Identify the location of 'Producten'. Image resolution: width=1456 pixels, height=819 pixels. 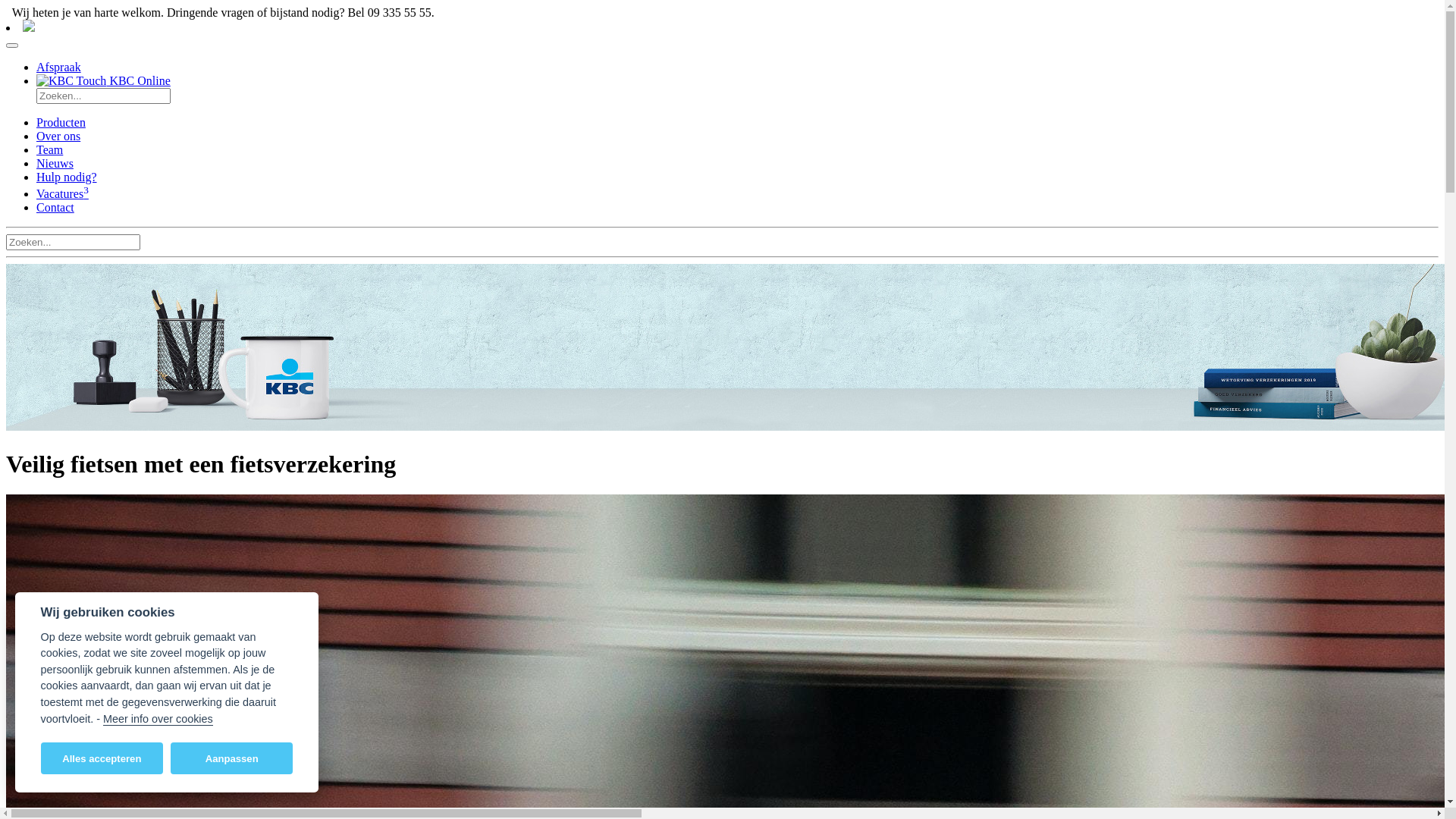
(61, 121).